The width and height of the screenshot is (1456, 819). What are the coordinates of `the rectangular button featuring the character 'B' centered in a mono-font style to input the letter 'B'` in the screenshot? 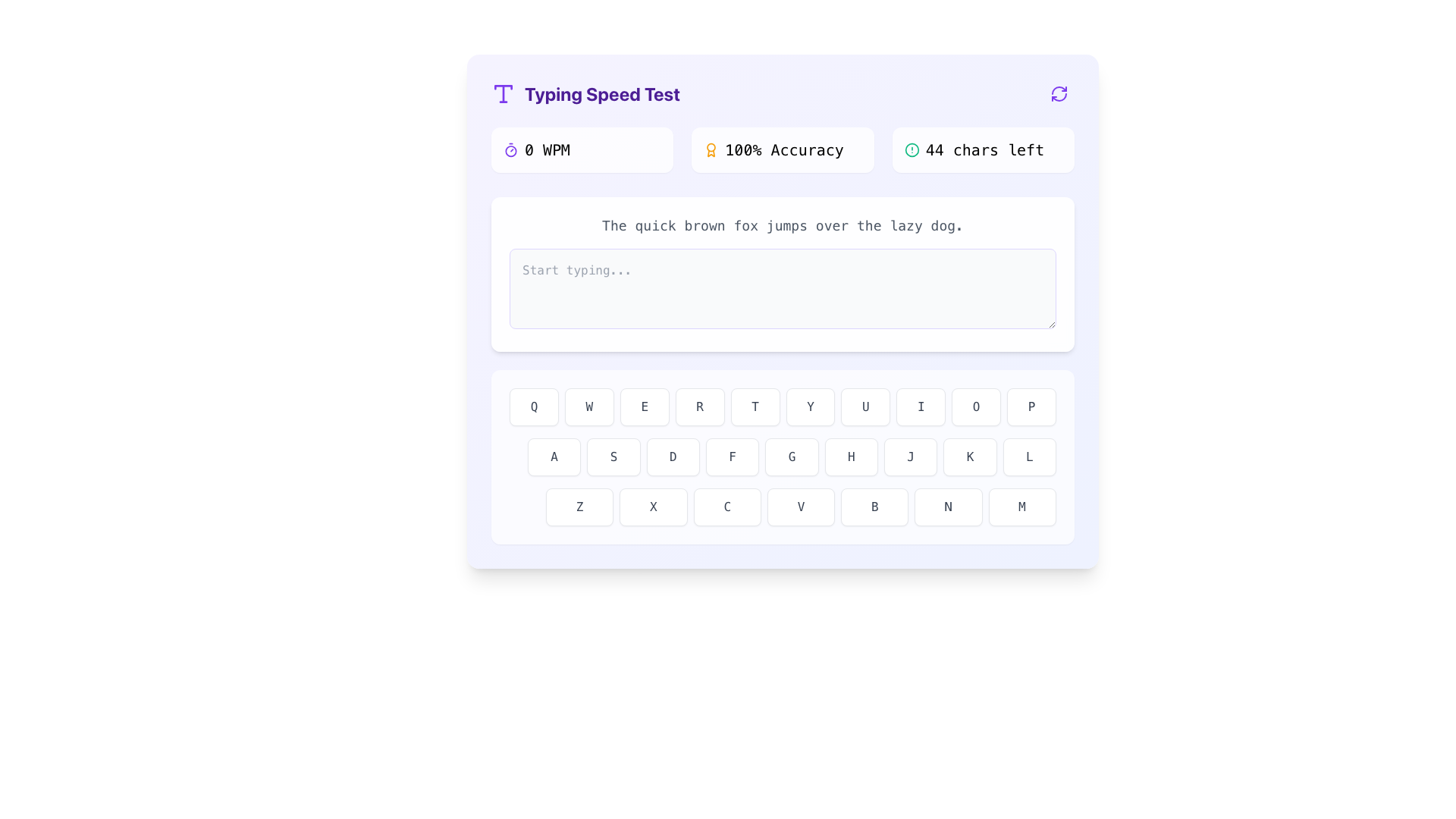 It's located at (874, 507).